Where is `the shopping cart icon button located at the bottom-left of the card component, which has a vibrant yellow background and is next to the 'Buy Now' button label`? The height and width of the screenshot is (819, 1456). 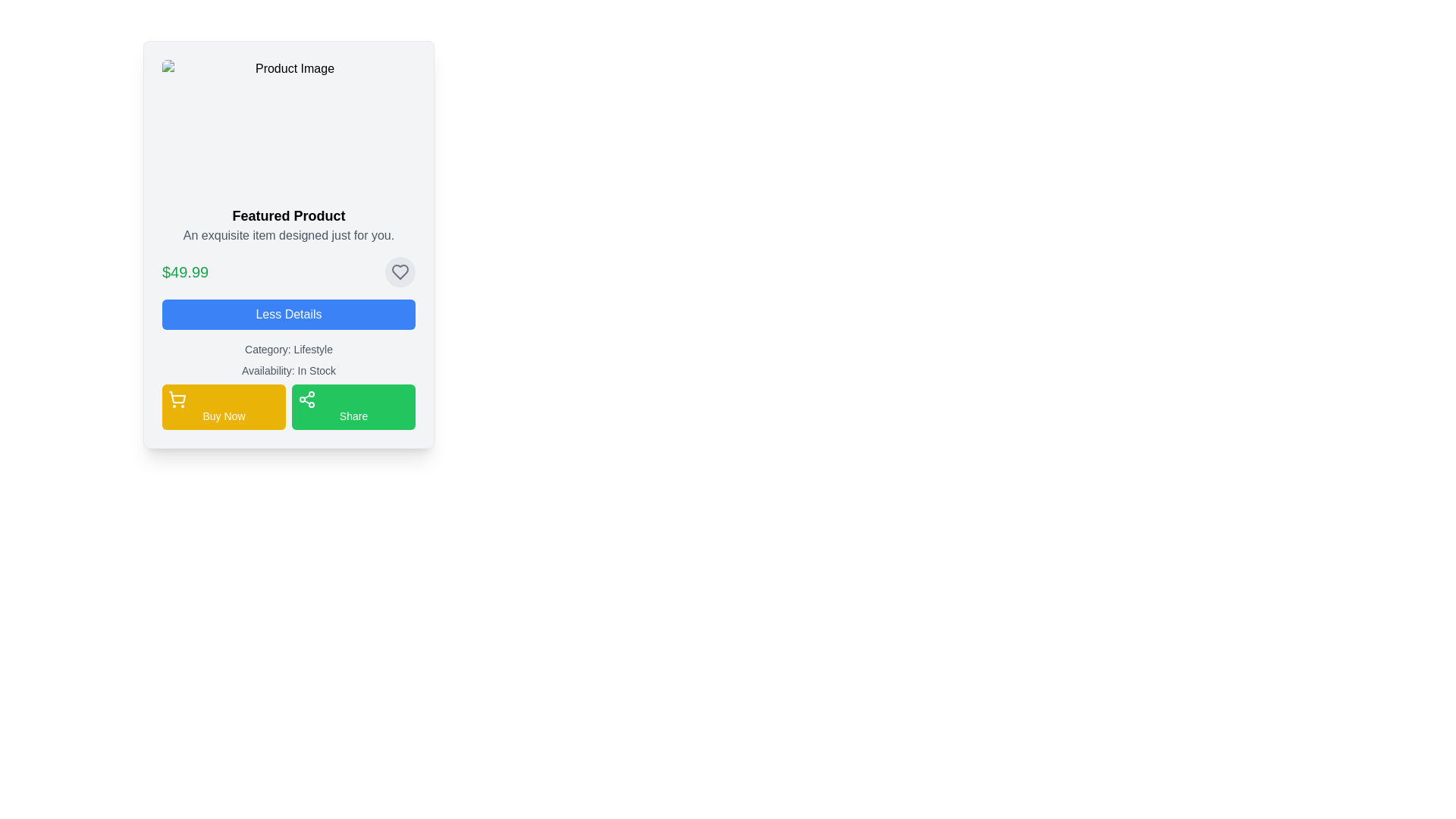
the shopping cart icon button located at the bottom-left of the card component, which has a vibrant yellow background and is next to the 'Buy Now' button label is located at coordinates (177, 399).